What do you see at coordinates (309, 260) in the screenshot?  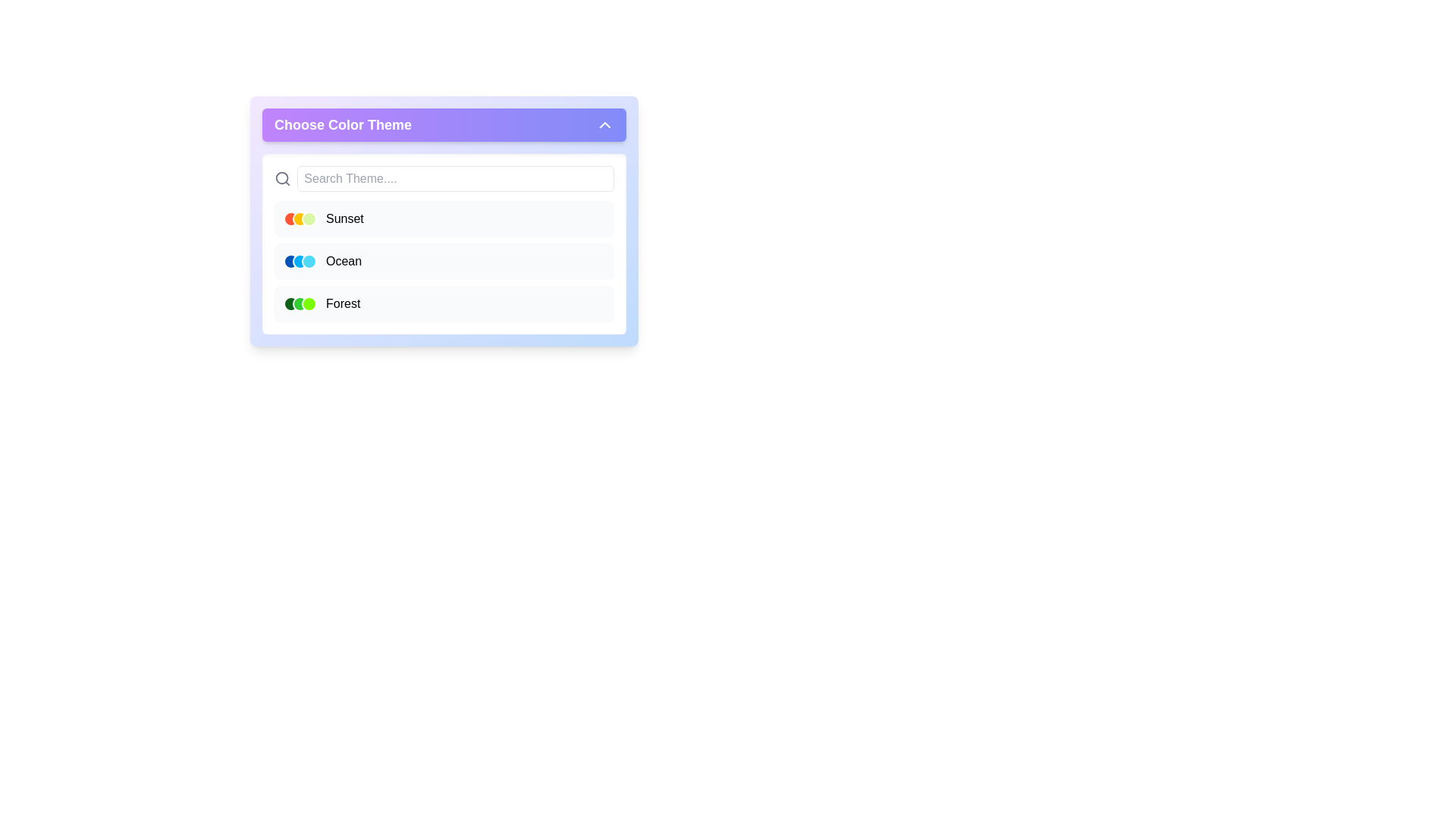 I see `the third circle from the left in a horizontal arrangement of three circles, which serves as a visual indicator of an associated theme's characteristic color` at bounding box center [309, 260].